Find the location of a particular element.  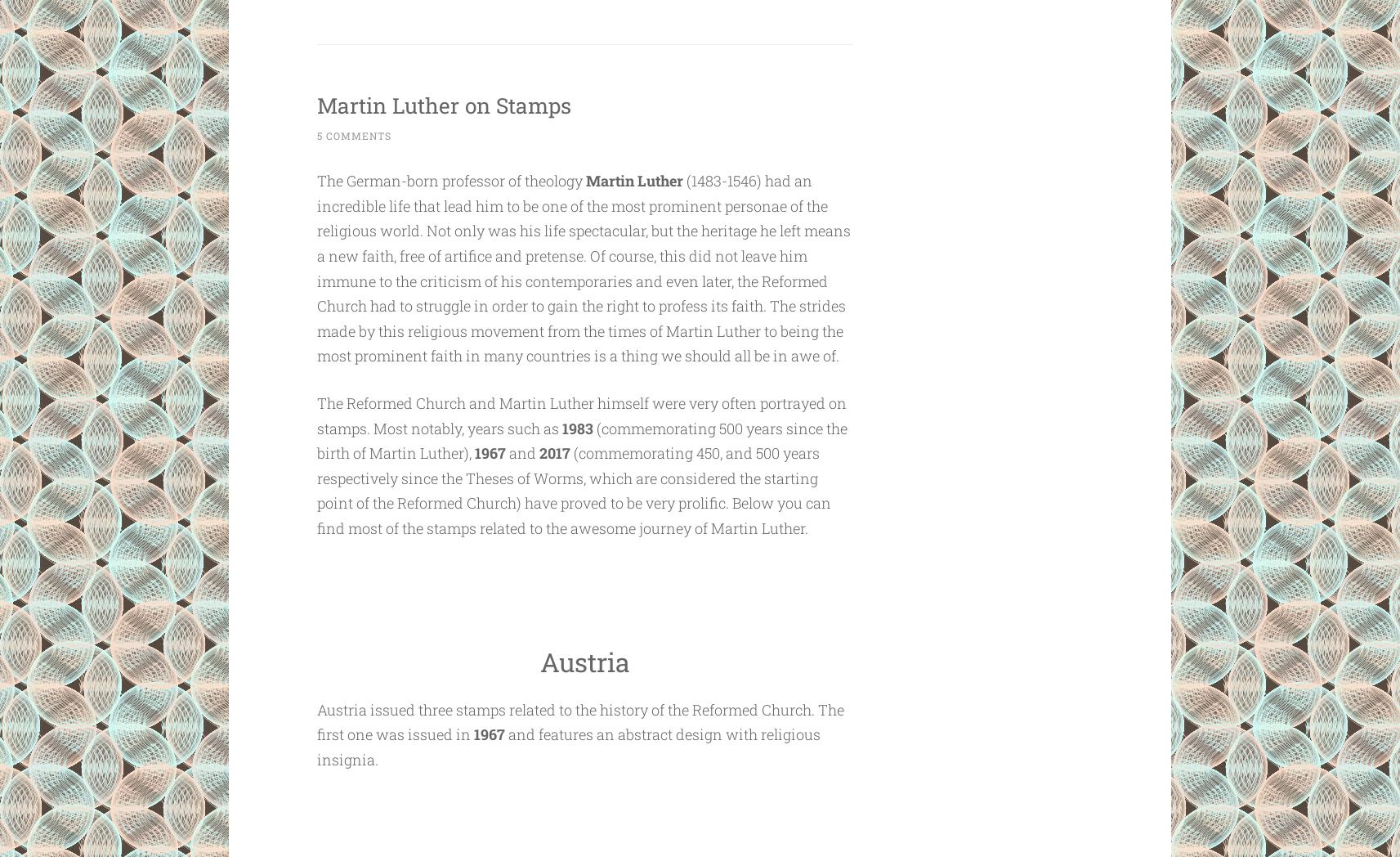

'Austria issued three stamps related to the history of the Reformed Church. The first one was issued in' is located at coordinates (579, 720).